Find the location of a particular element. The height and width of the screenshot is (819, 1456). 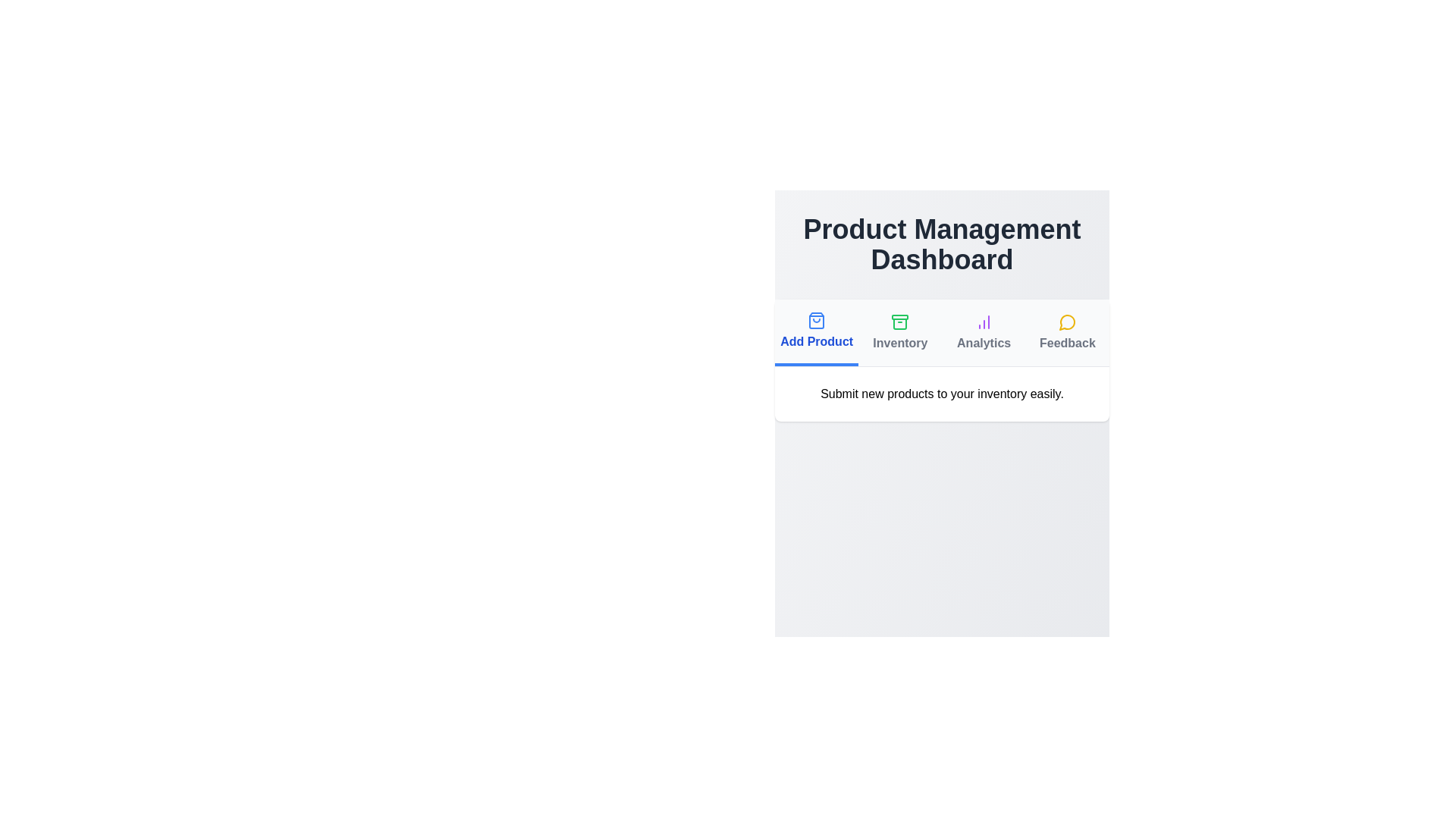

the 'Inventory' text label, which is displayed in a dark font color on a white background and is positioned below a green icon resembling a box or crate in the second column of the top bar is located at coordinates (900, 343).